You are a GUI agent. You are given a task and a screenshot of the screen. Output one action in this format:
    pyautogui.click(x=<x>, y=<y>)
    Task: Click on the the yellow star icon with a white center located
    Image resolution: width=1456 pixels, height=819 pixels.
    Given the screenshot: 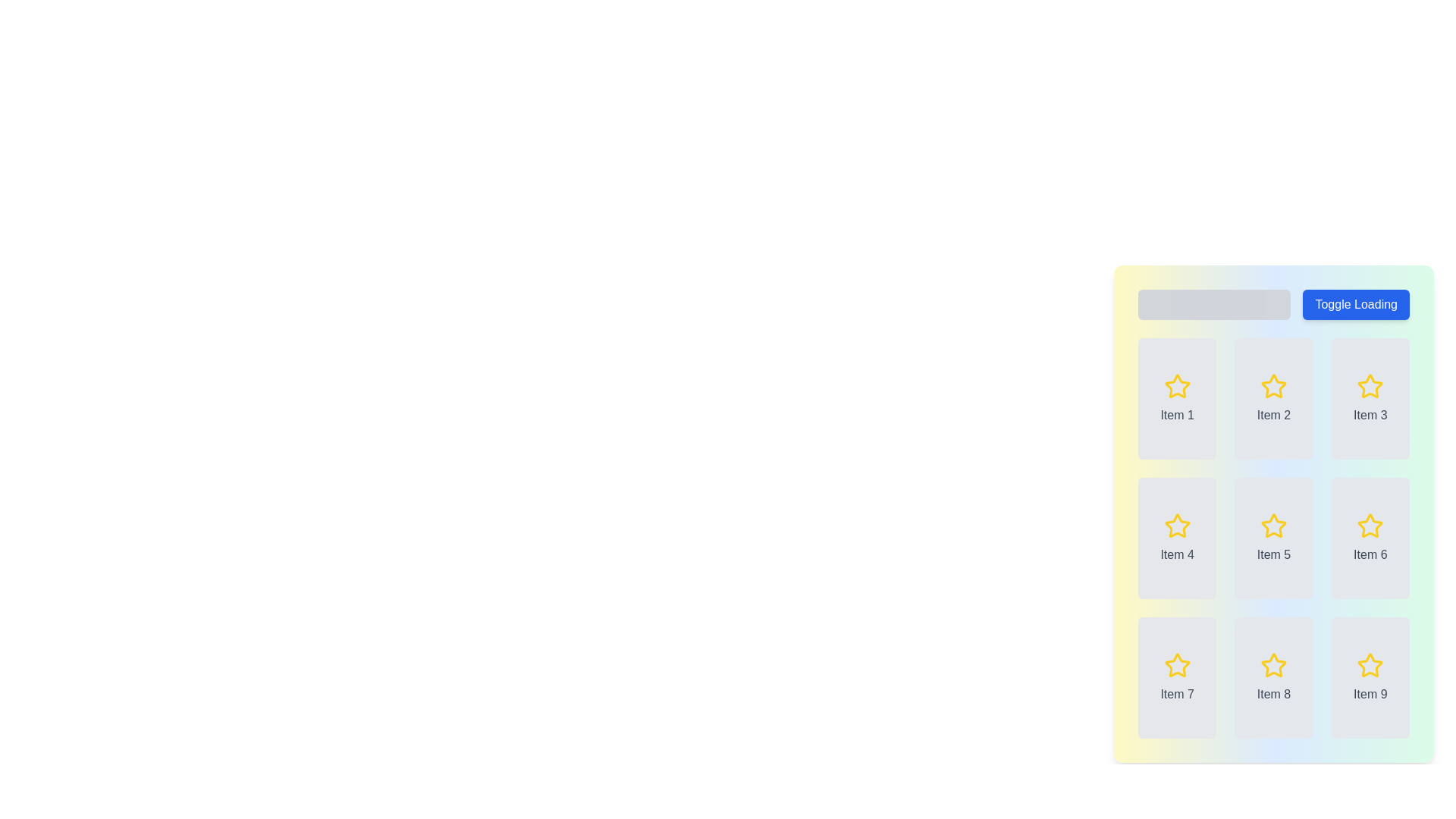 What is the action you would take?
    pyautogui.click(x=1370, y=385)
    